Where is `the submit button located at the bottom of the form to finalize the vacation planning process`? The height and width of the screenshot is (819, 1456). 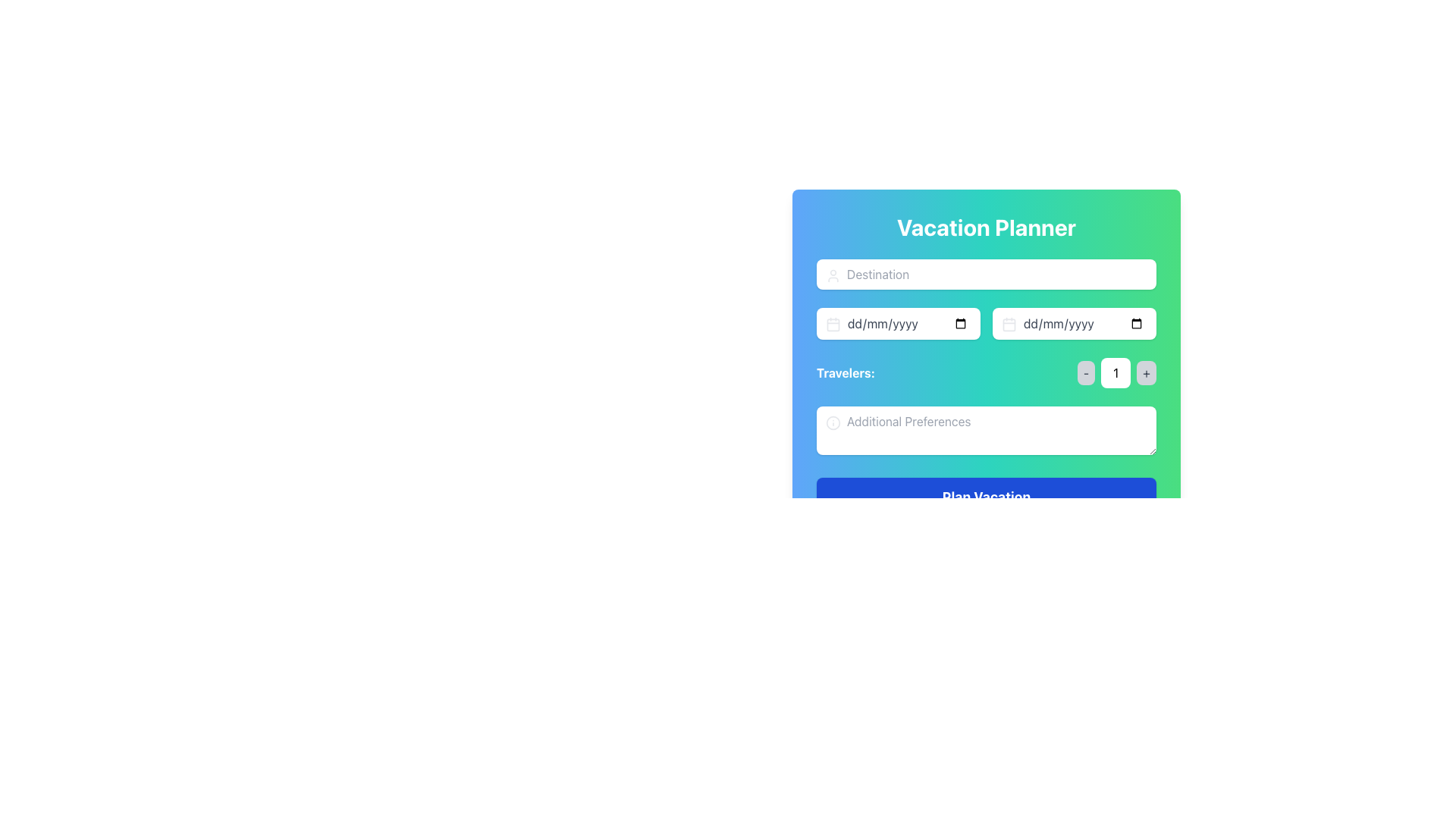 the submit button located at the bottom of the form to finalize the vacation planning process is located at coordinates (986, 497).